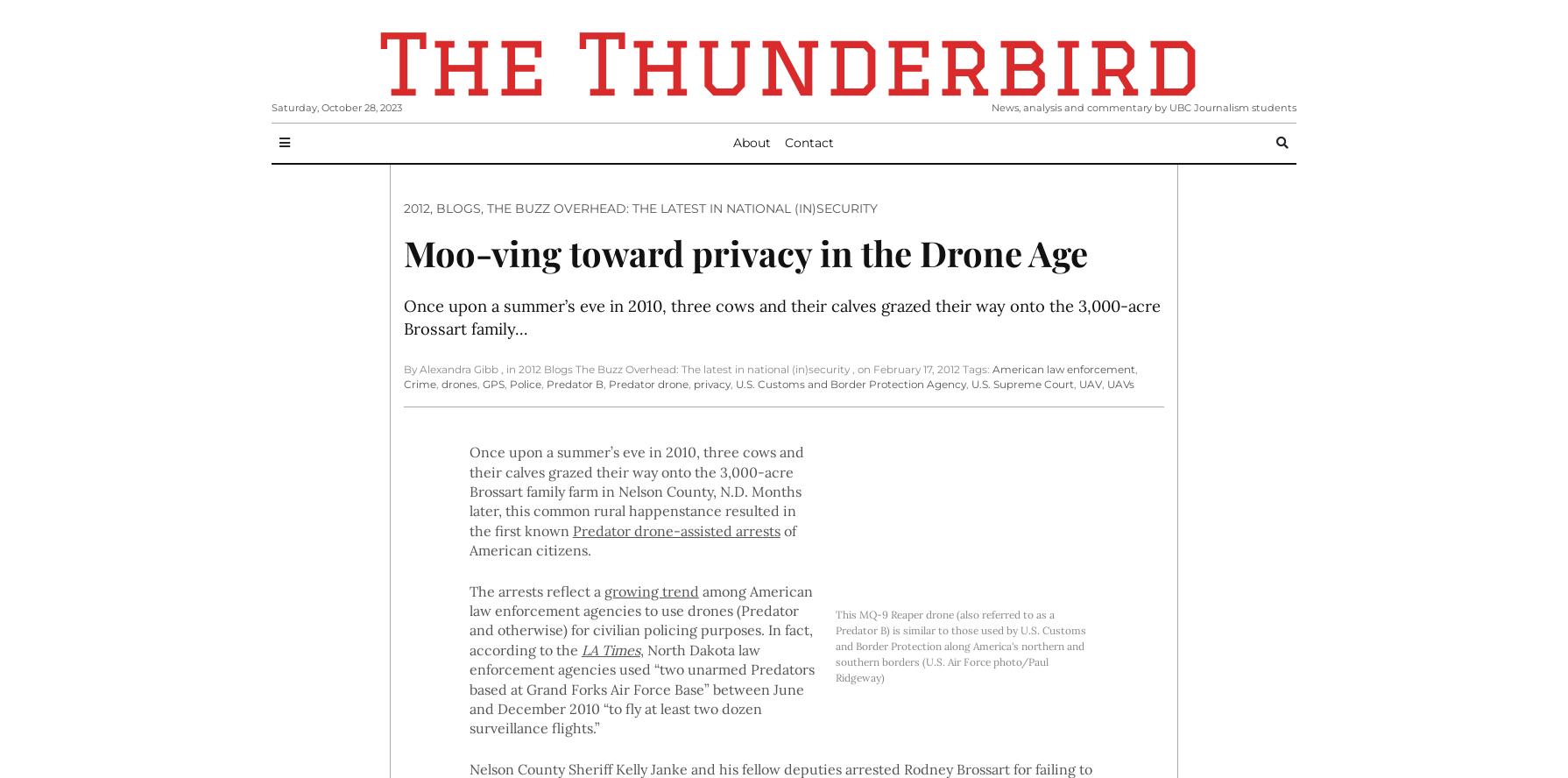 This screenshot has width=1568, height=778. What do you see at coordinates (457, 208) in the screenshot?
I see `'Blogs'` at bounding box center [457, 208].